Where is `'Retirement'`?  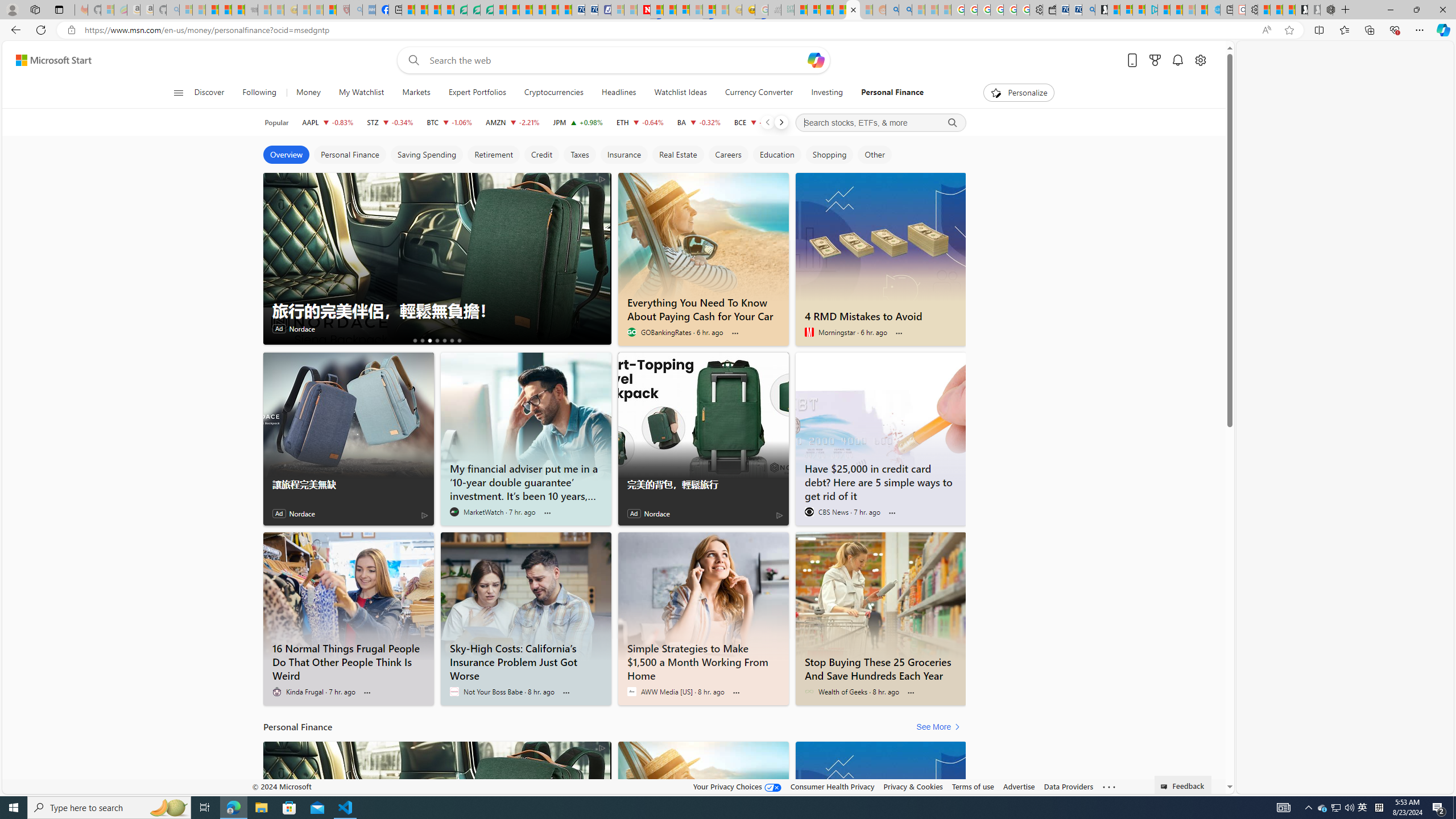 'Retirement' is located at coordinates (493, 154).